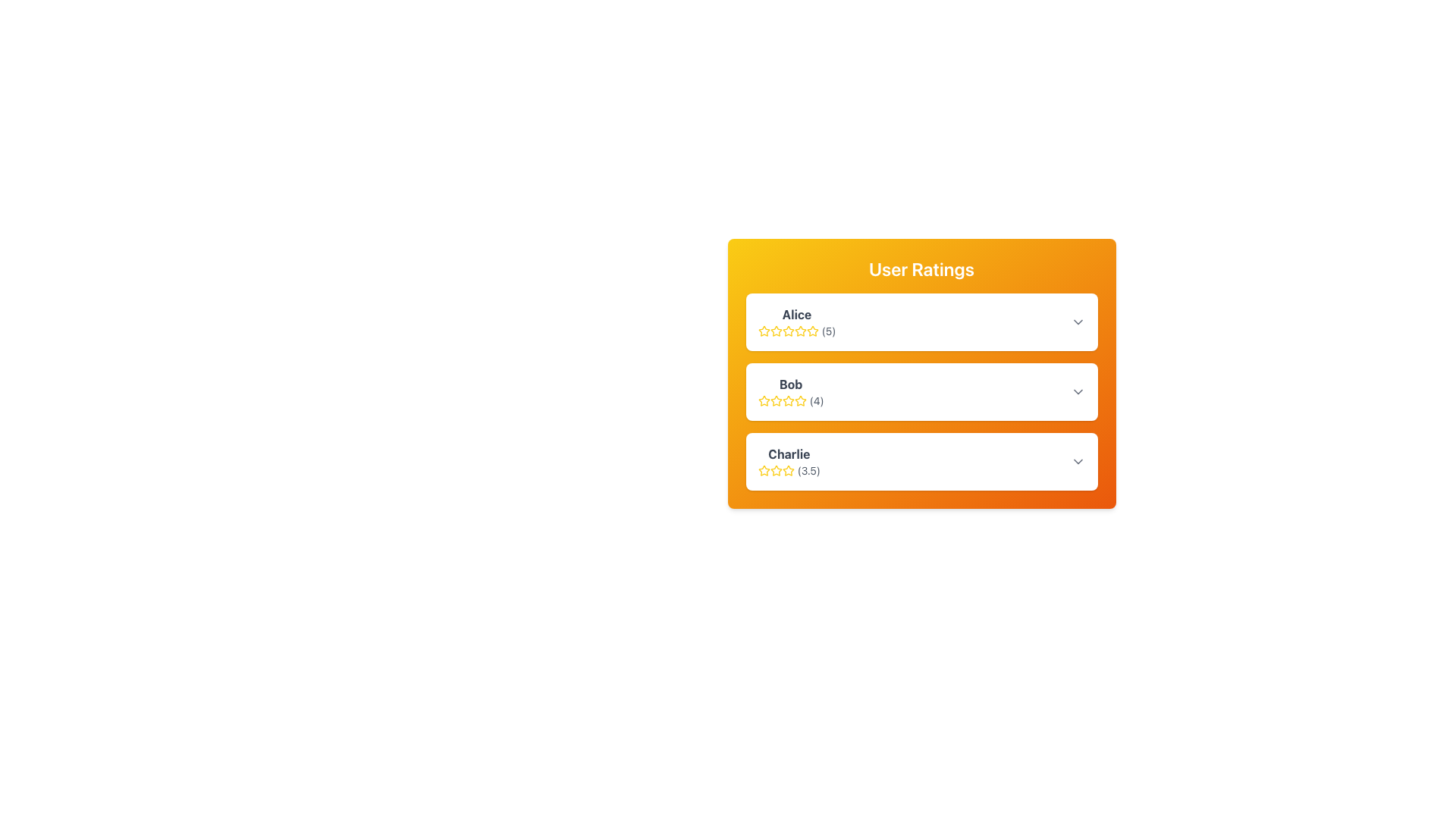  I want to click on the yellow star icon in the rating system for user 'Charlie', so click(764, 470).